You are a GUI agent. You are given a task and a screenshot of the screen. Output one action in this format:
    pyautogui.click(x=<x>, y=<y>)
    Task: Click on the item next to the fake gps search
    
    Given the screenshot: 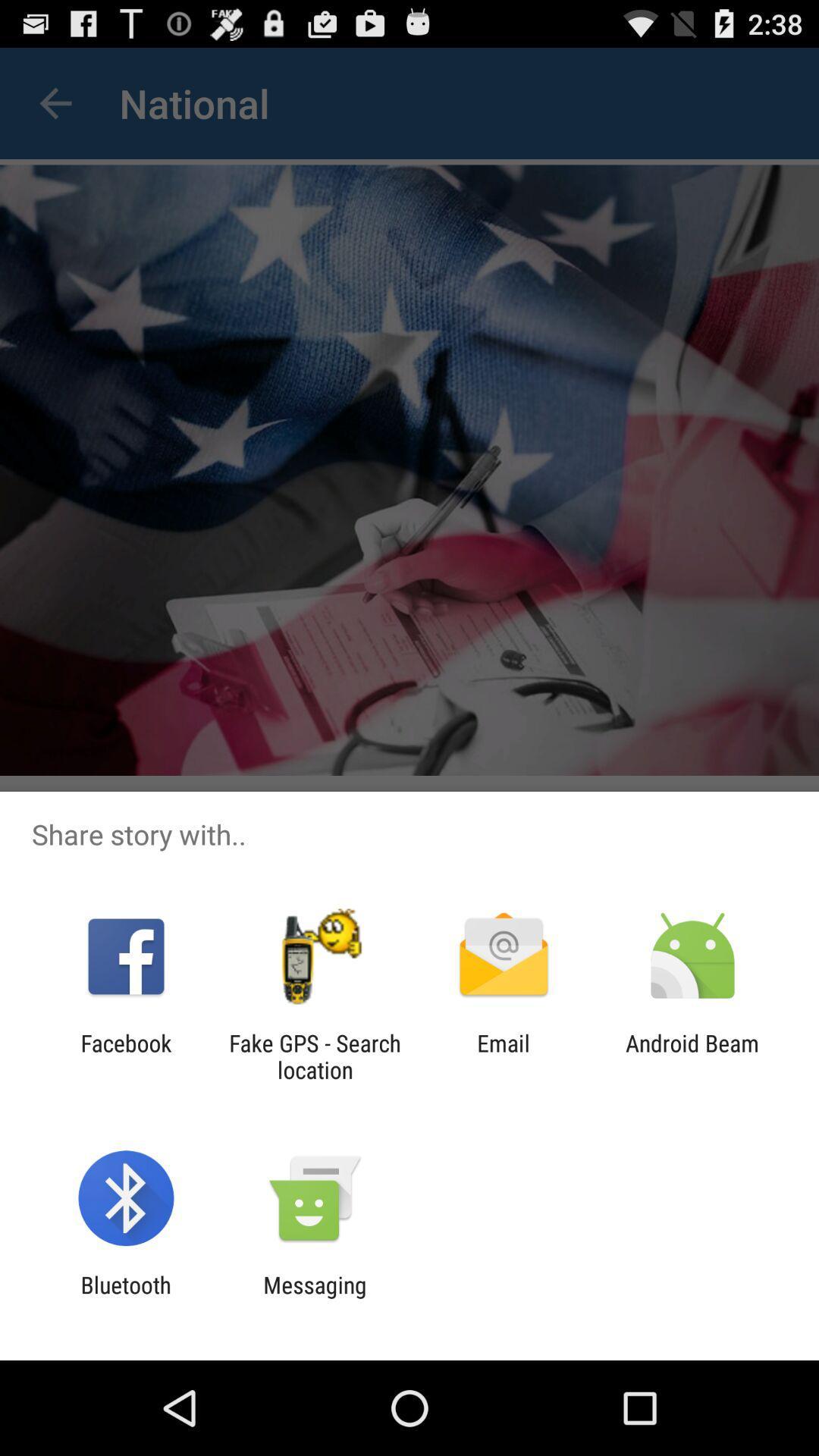 What is the action you would take?
    pyautogui.click(x=125, y=1056)
    